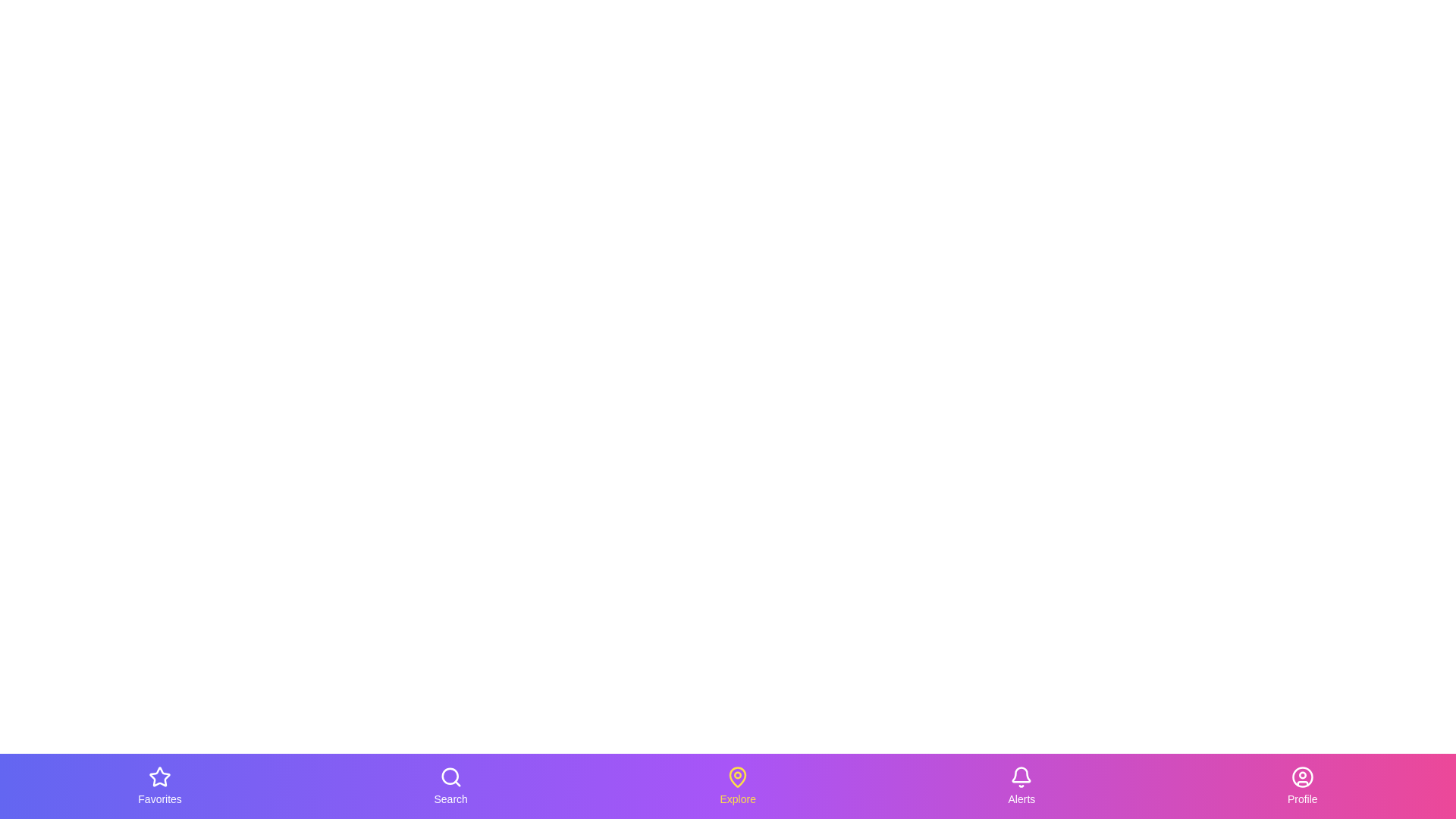 This screenshot has height=819, width=1456. Describe the element at coordinates (738, 786) in the screenshot. I see `the Explore tab to activate it` at that location.